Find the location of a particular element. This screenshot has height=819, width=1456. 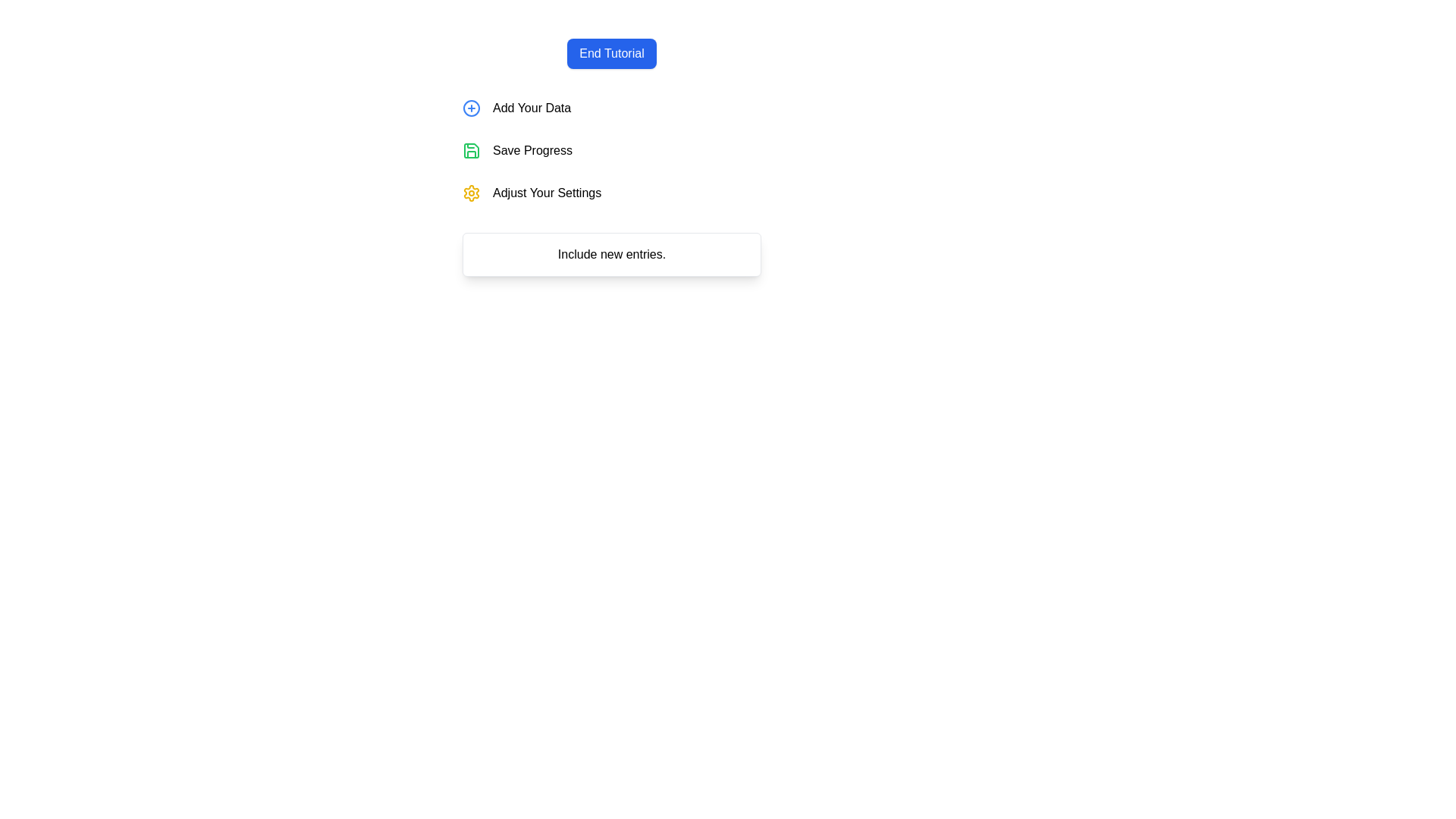

the 'Add Item' button located to the left of the text 'Add Your Data' is located at coordinates (471, 107).